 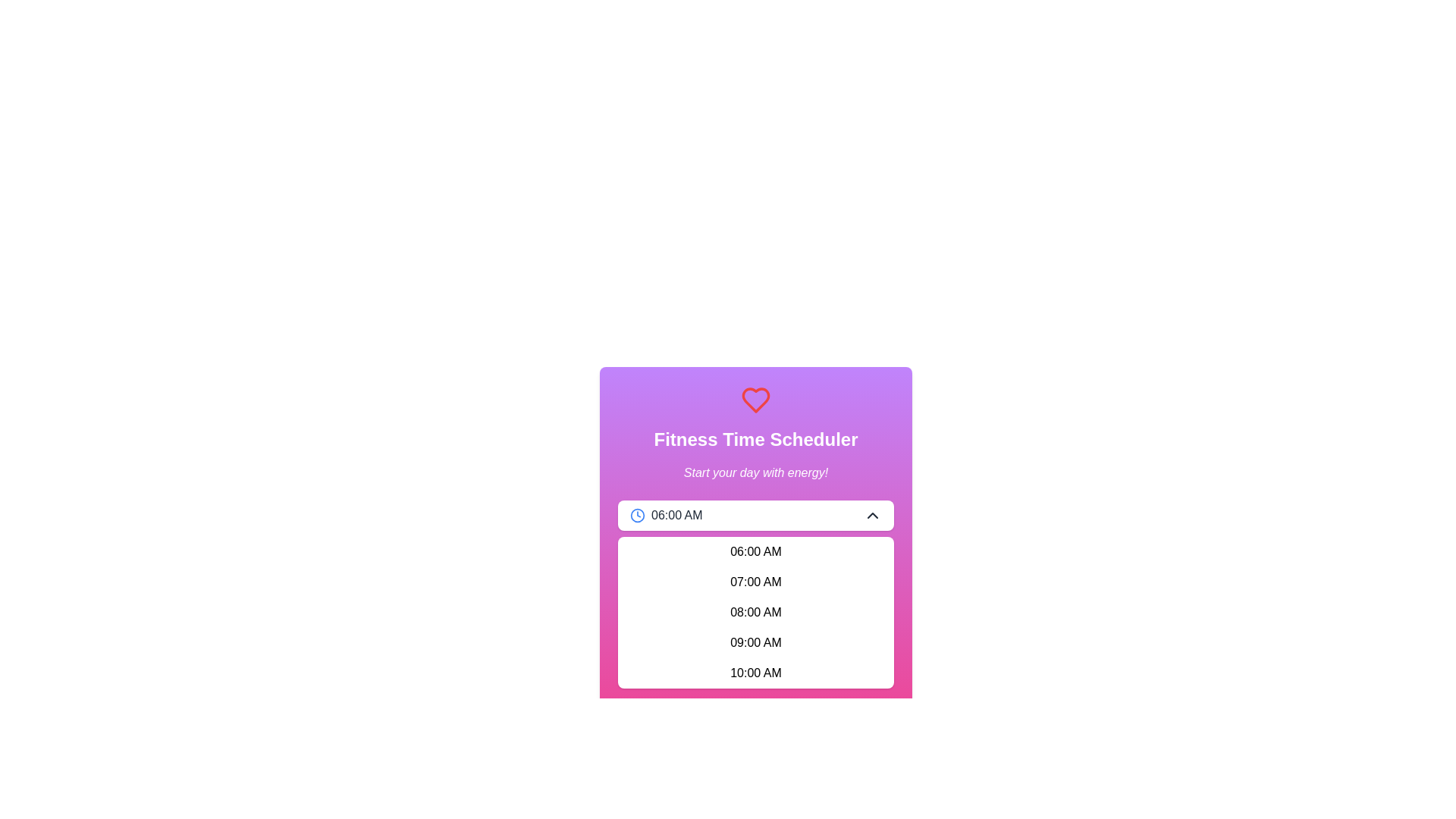 I want to click on the time selector dropdown button located below the 'Fitness Time Scheduler' text by, so click(x=756, y=514).